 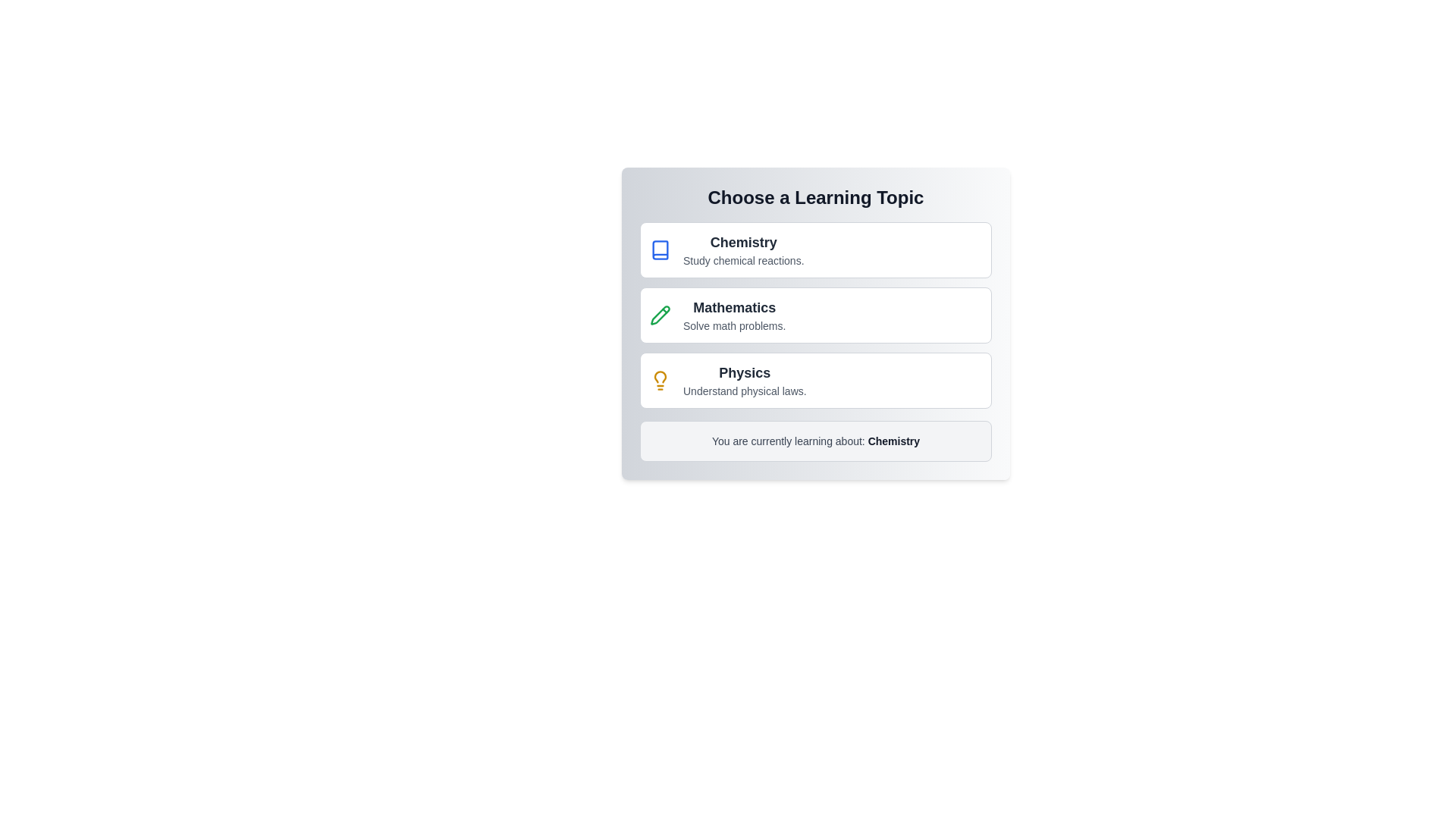 I want to click on title text label indicating the Physics topic, which is the third item in the vertical list of learning topics, centrally aligned below 'Mathematics', so click(x=745, y=373).